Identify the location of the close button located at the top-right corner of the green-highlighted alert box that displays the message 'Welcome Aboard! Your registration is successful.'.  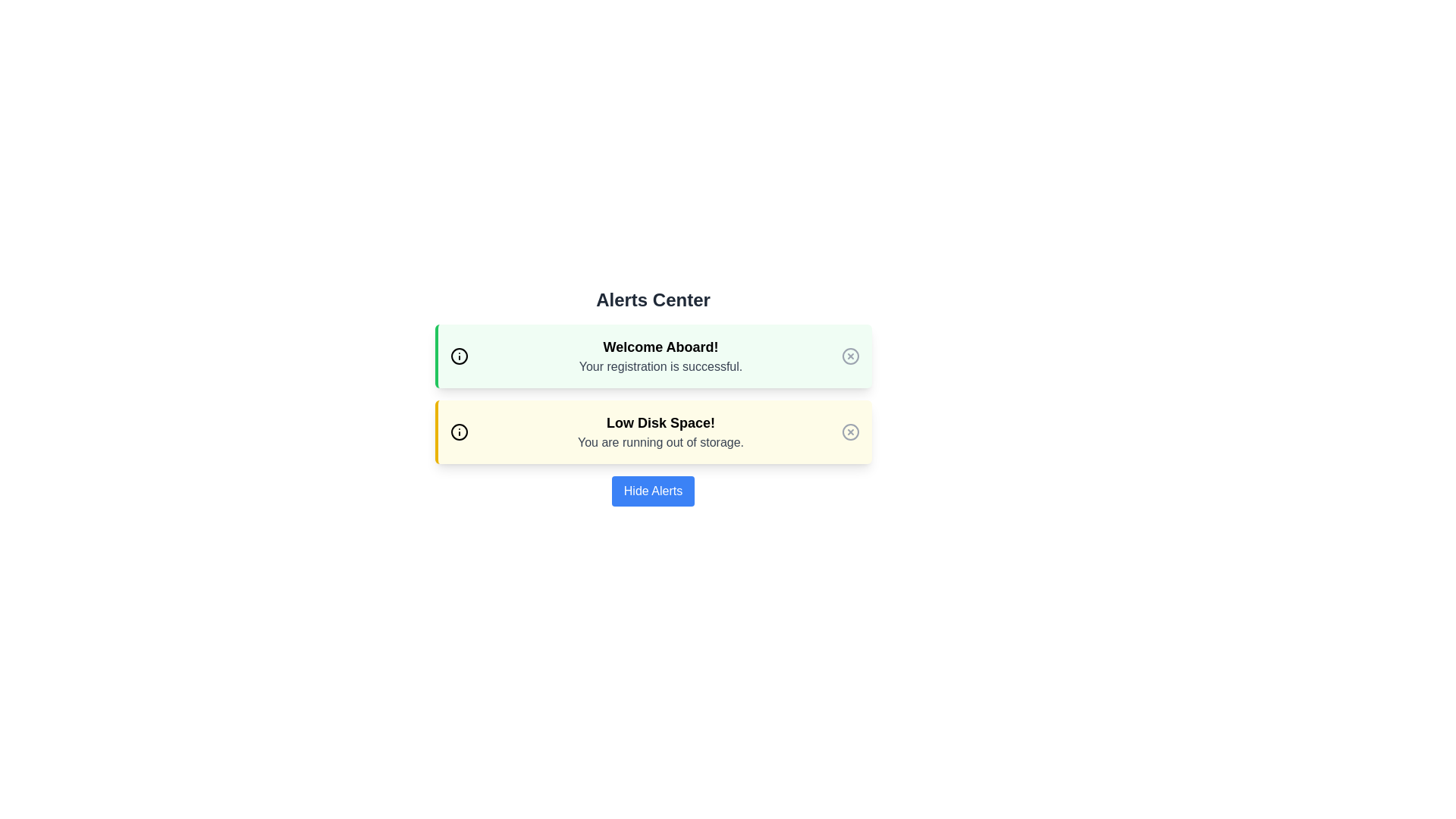
(850, 356).